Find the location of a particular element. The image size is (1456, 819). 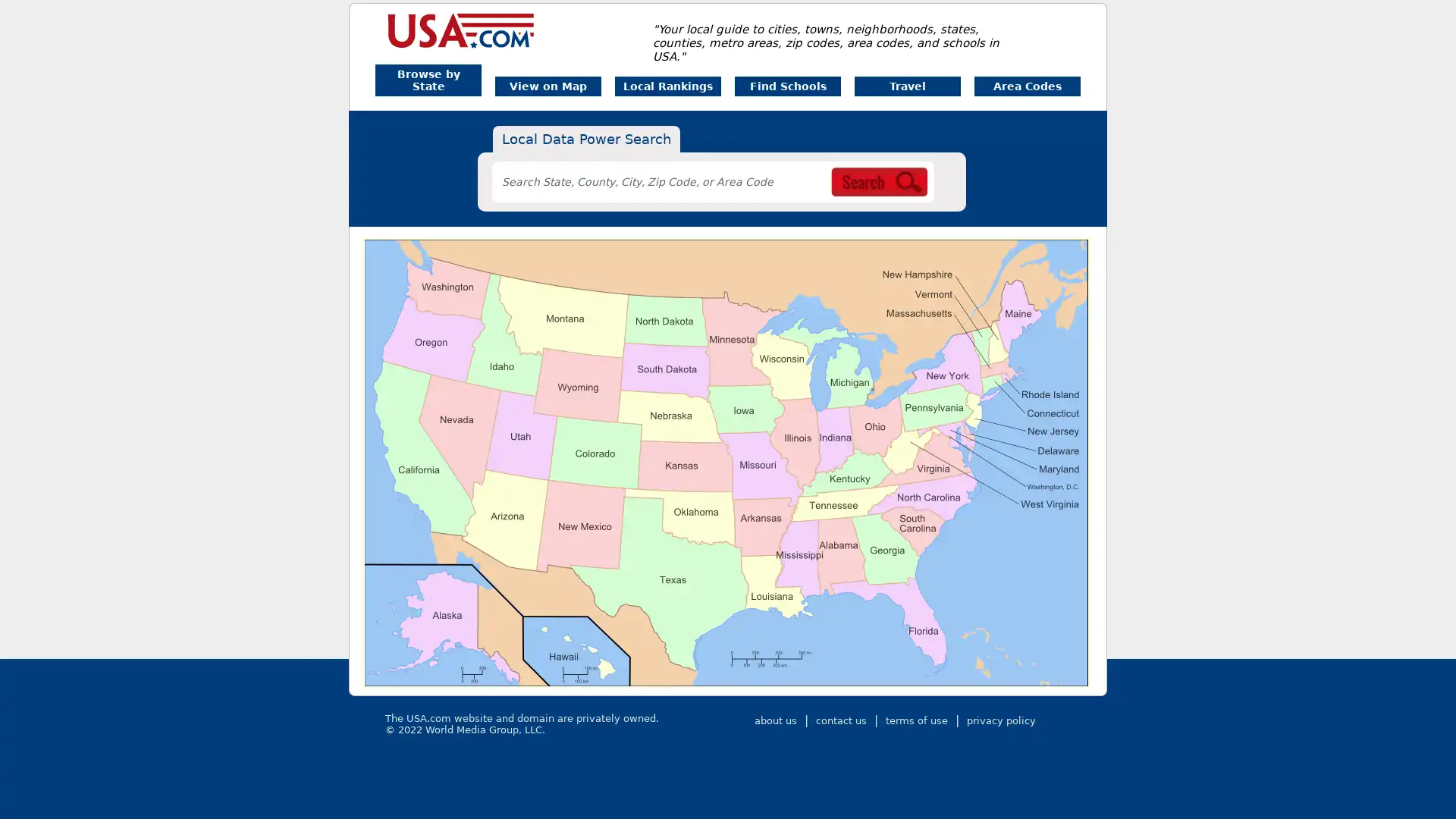

Submit is located at coordinates (930, 190).